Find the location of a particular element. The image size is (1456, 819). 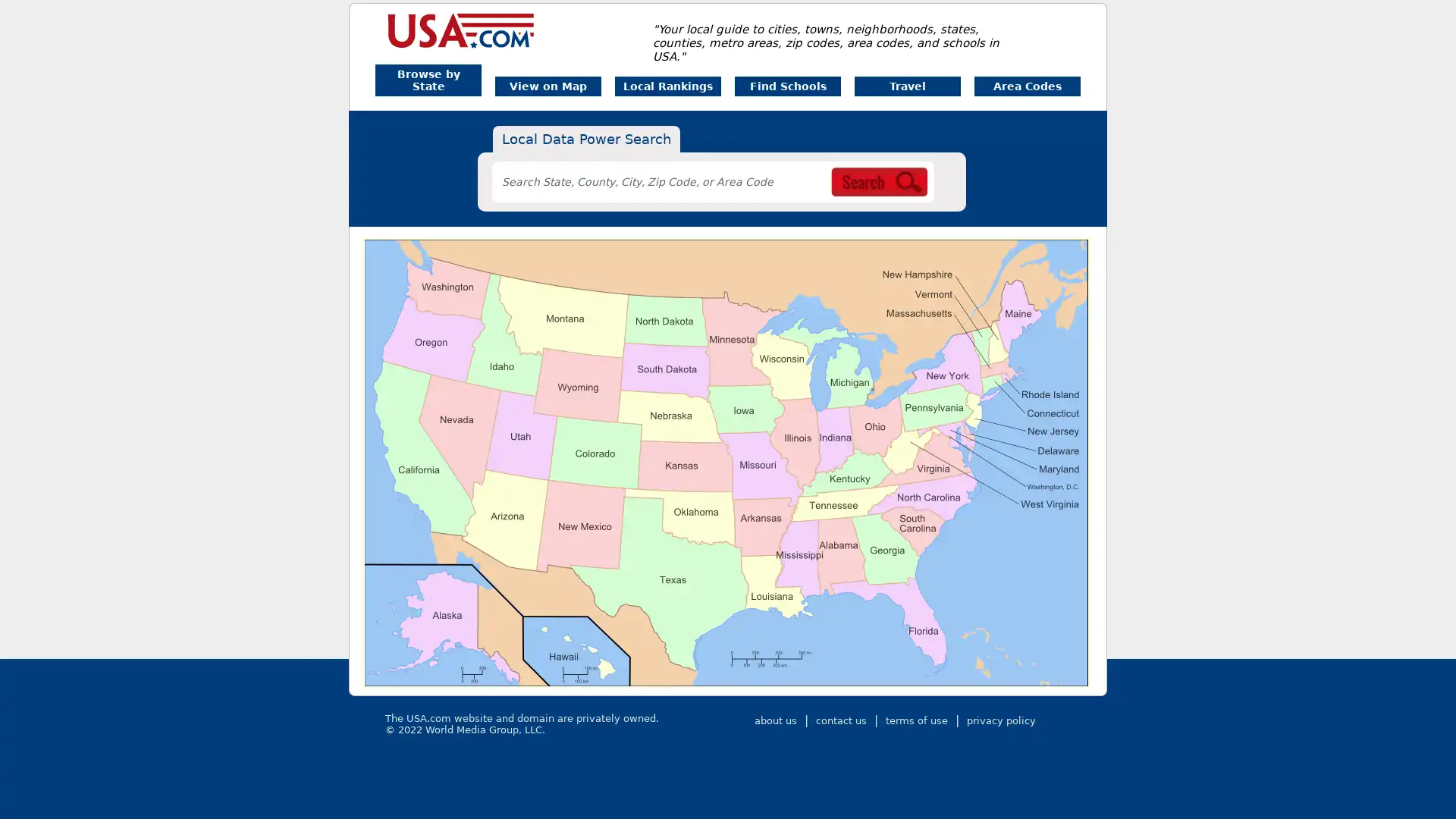

Submit is located at coordinates (930, 190).